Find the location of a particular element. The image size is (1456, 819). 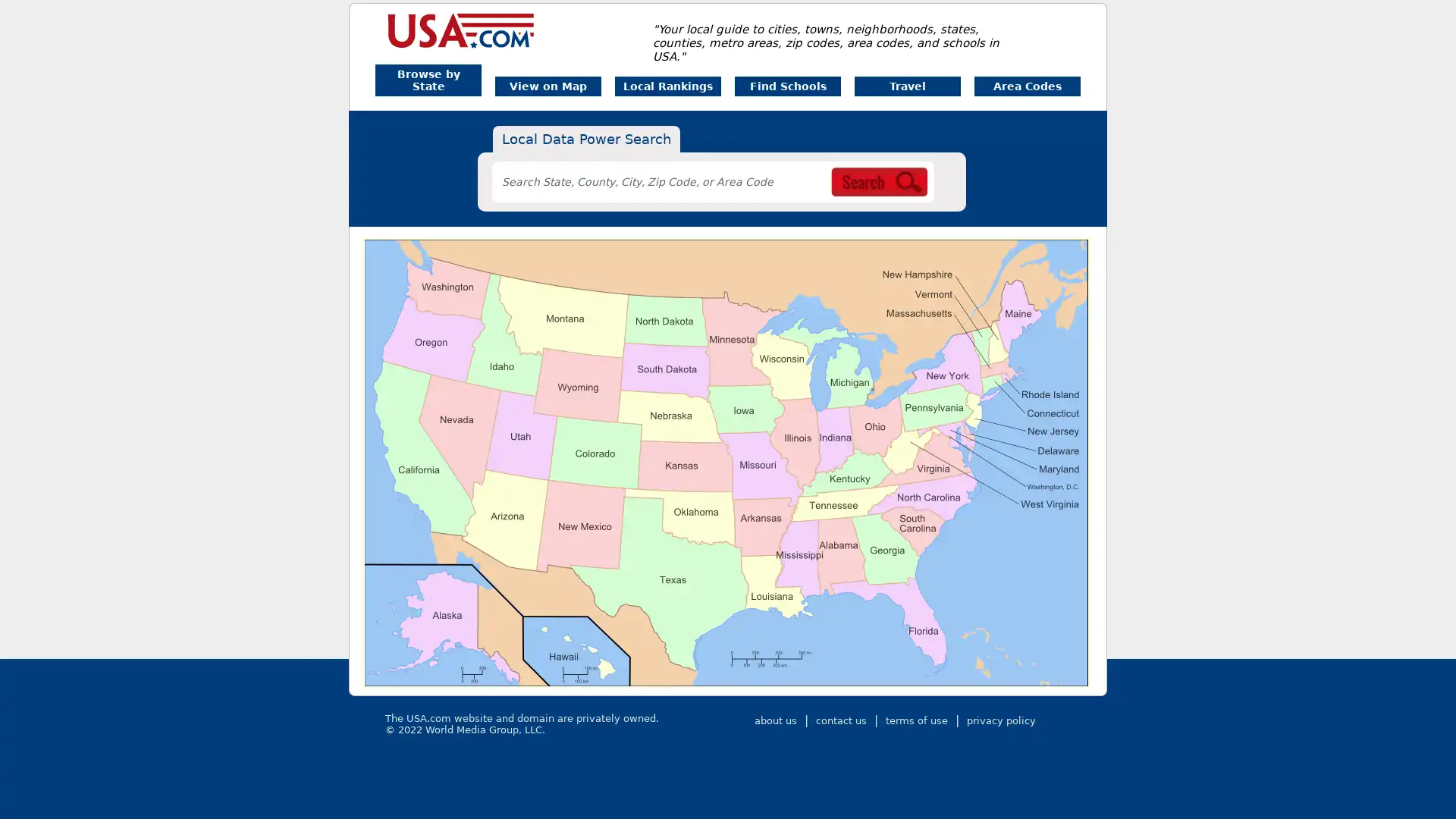

Submit is located at coordinates (930, 190).